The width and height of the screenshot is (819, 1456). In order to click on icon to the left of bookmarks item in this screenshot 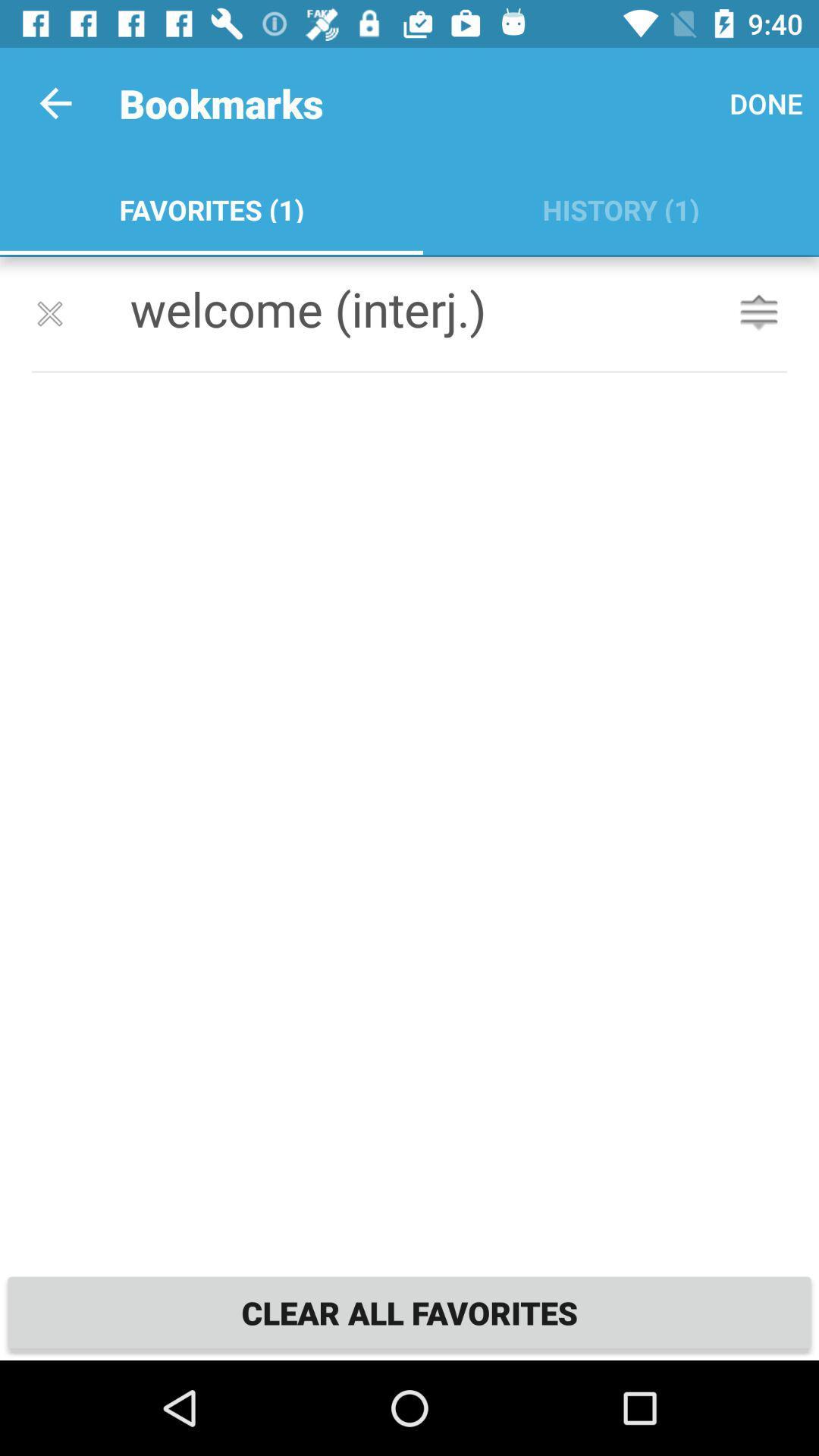, I will do `click(55, 102)`.